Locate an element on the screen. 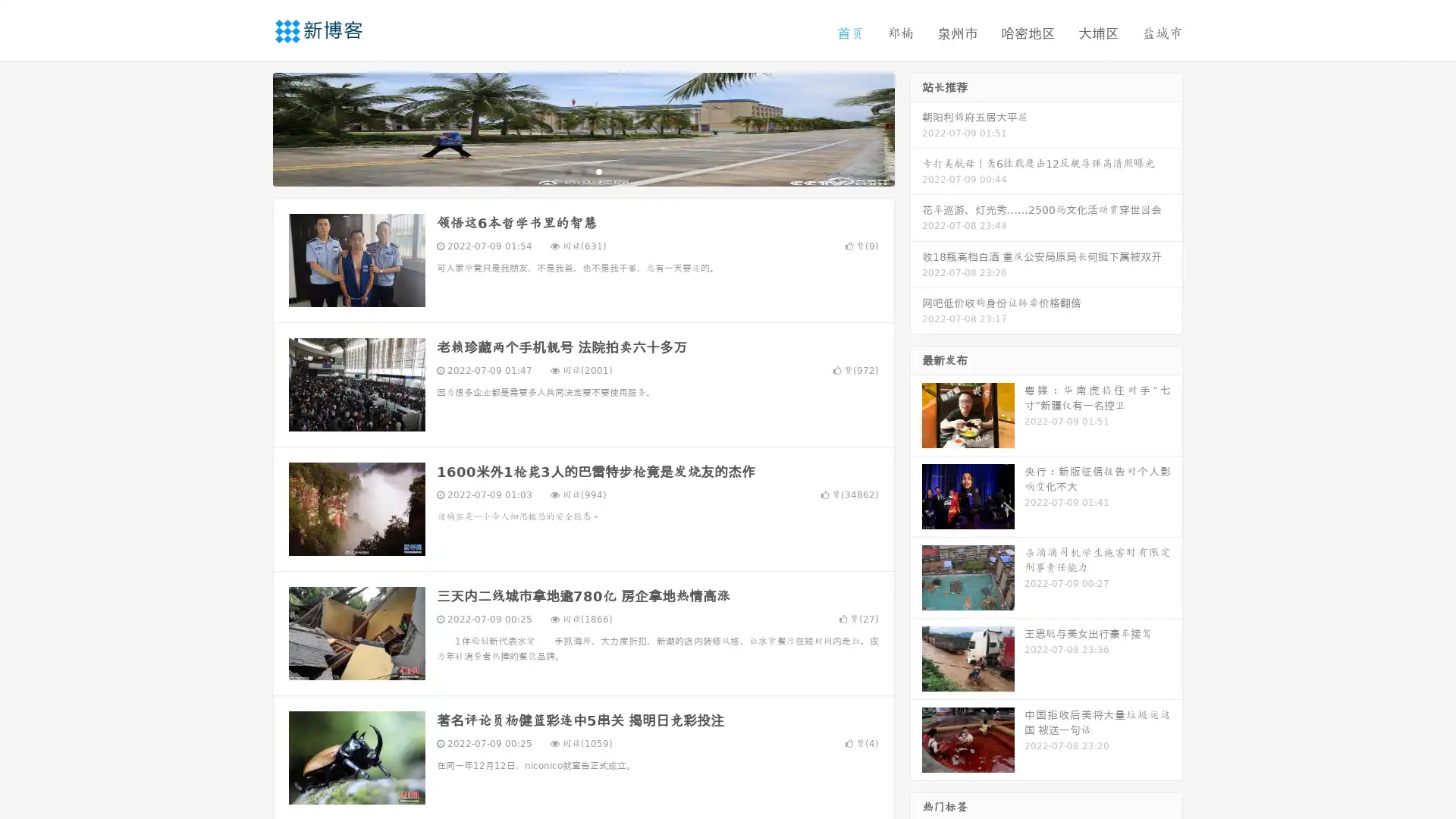 The image size is (1456, 819). Go to slide 2 is located at coordinates (582, 171).